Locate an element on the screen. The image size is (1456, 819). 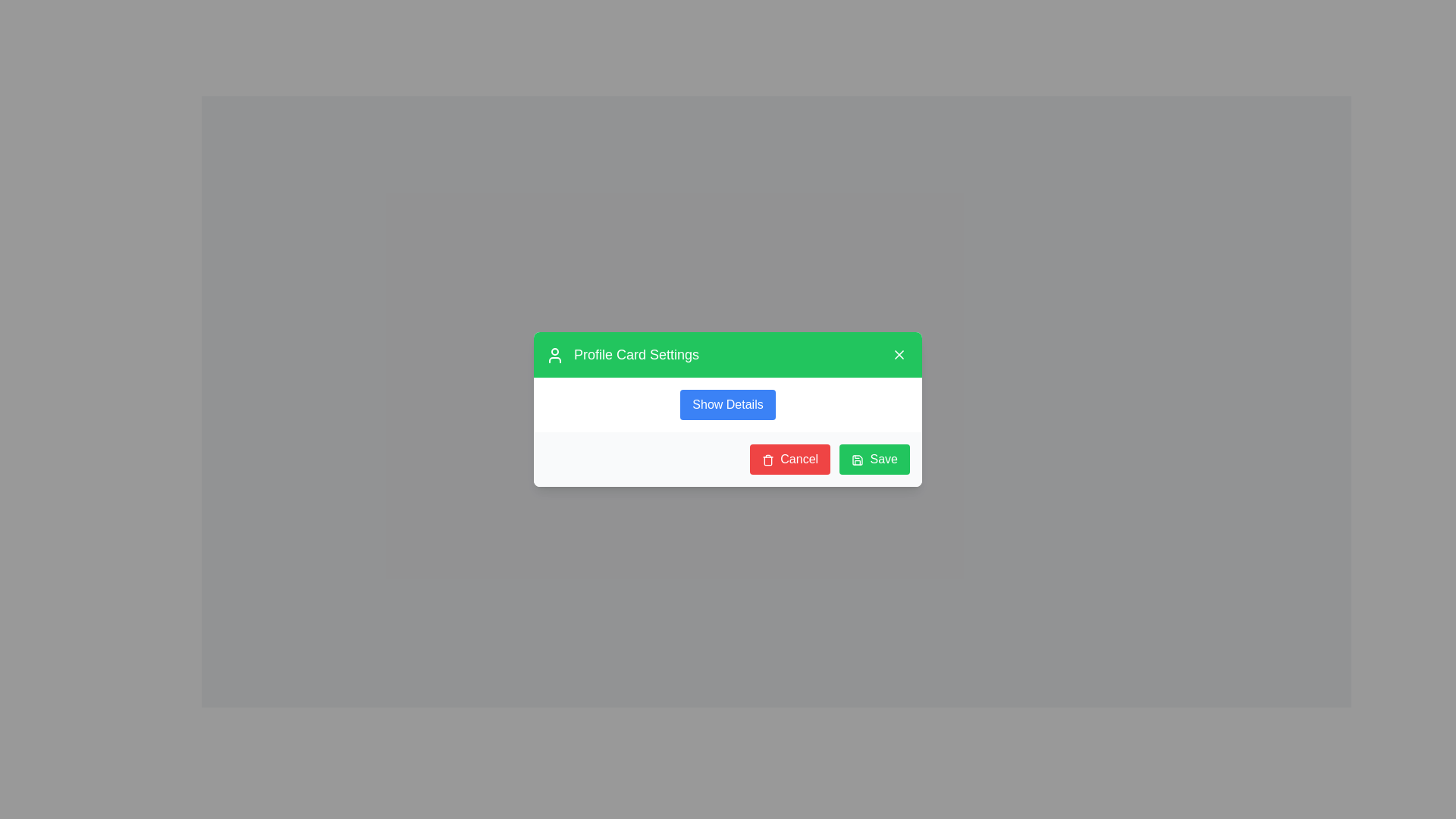
the close icon in the top-right corner of the 'Profile Card Settings' dialog is located at coordinates (899, 354).